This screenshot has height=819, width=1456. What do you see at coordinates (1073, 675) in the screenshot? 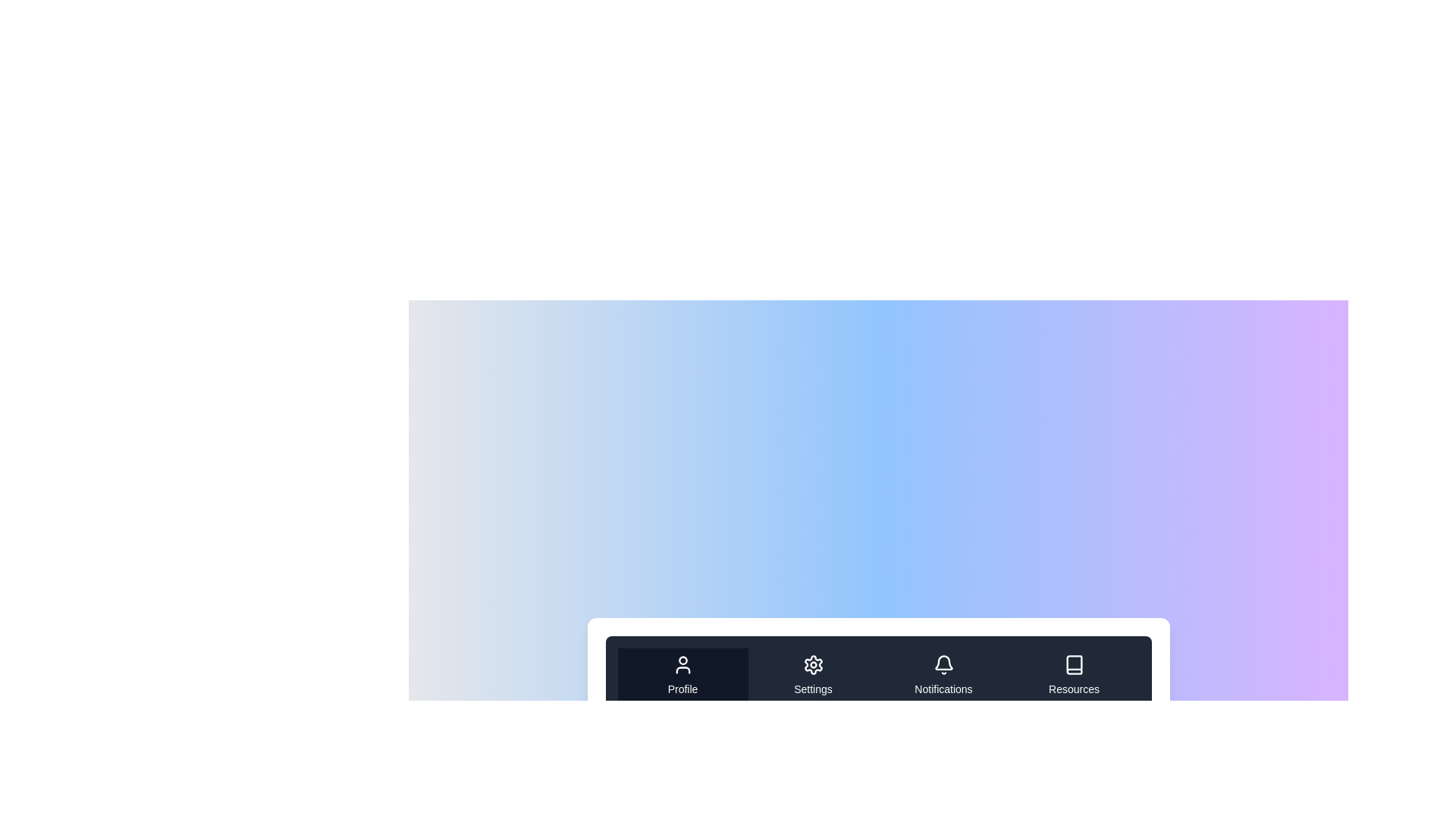
I see `the tab labeled Resources to navigate to its content` at bounding box center [1073, 675].